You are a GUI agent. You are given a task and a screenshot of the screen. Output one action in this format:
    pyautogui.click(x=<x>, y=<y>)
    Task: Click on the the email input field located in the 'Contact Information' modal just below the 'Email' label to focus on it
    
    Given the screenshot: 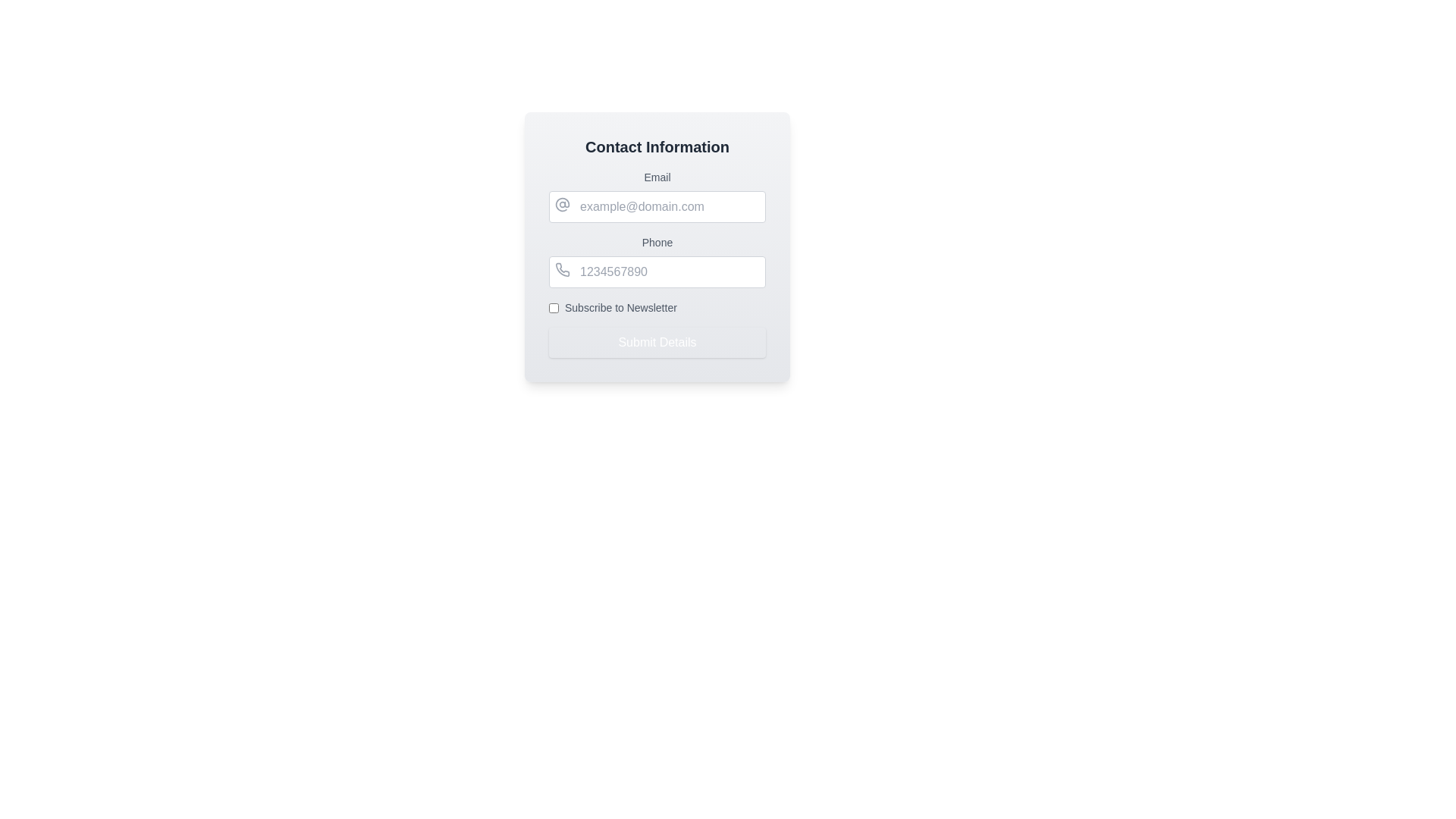 What is the action you would take?
    pyautogui.click(x=657, y=207)
    